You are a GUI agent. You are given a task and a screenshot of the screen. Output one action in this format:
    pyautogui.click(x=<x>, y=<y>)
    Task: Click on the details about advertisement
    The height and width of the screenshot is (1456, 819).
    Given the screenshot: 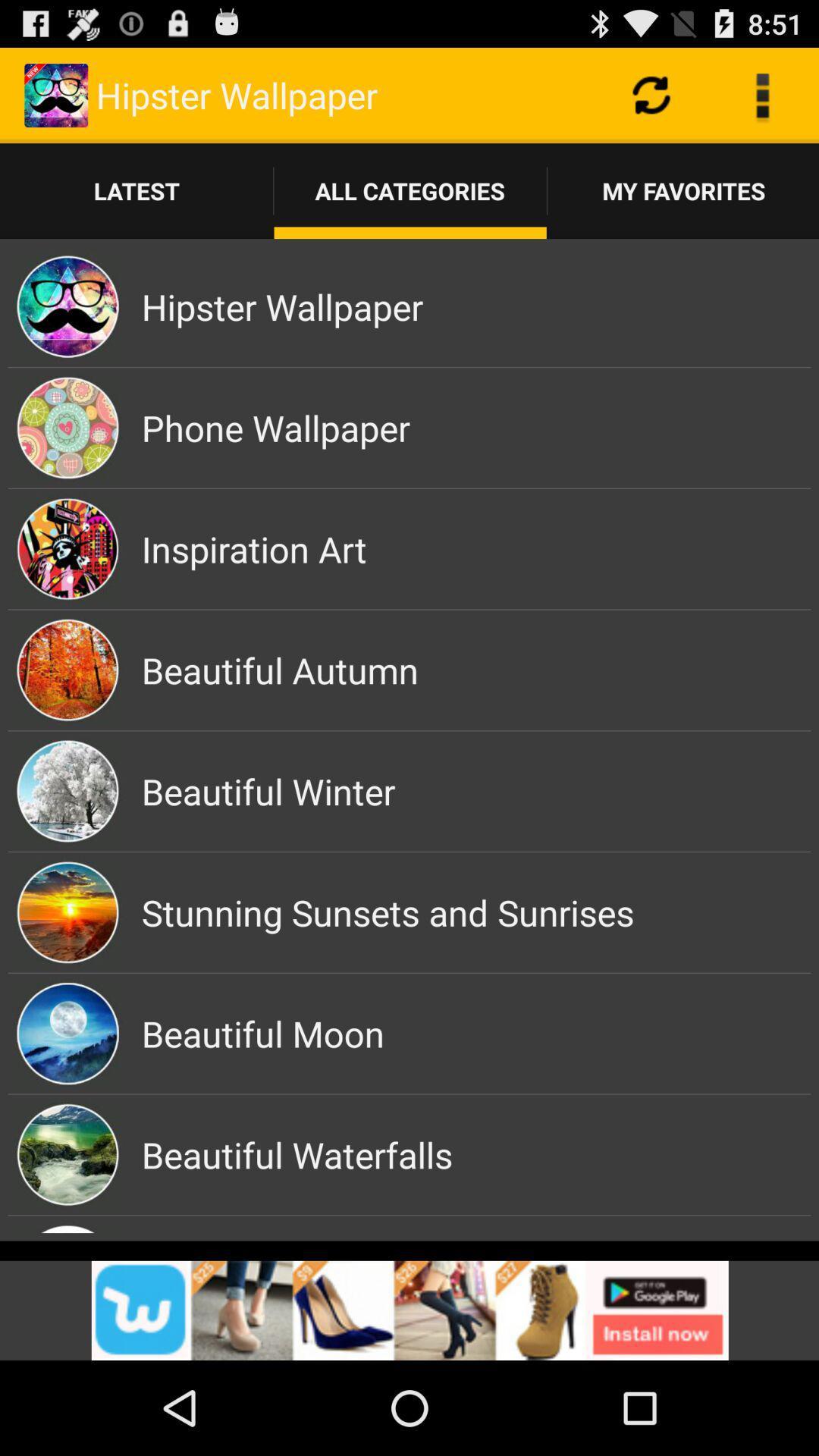 What is the action you would take?
    pyautogui.click(x=409, y=1310)
    